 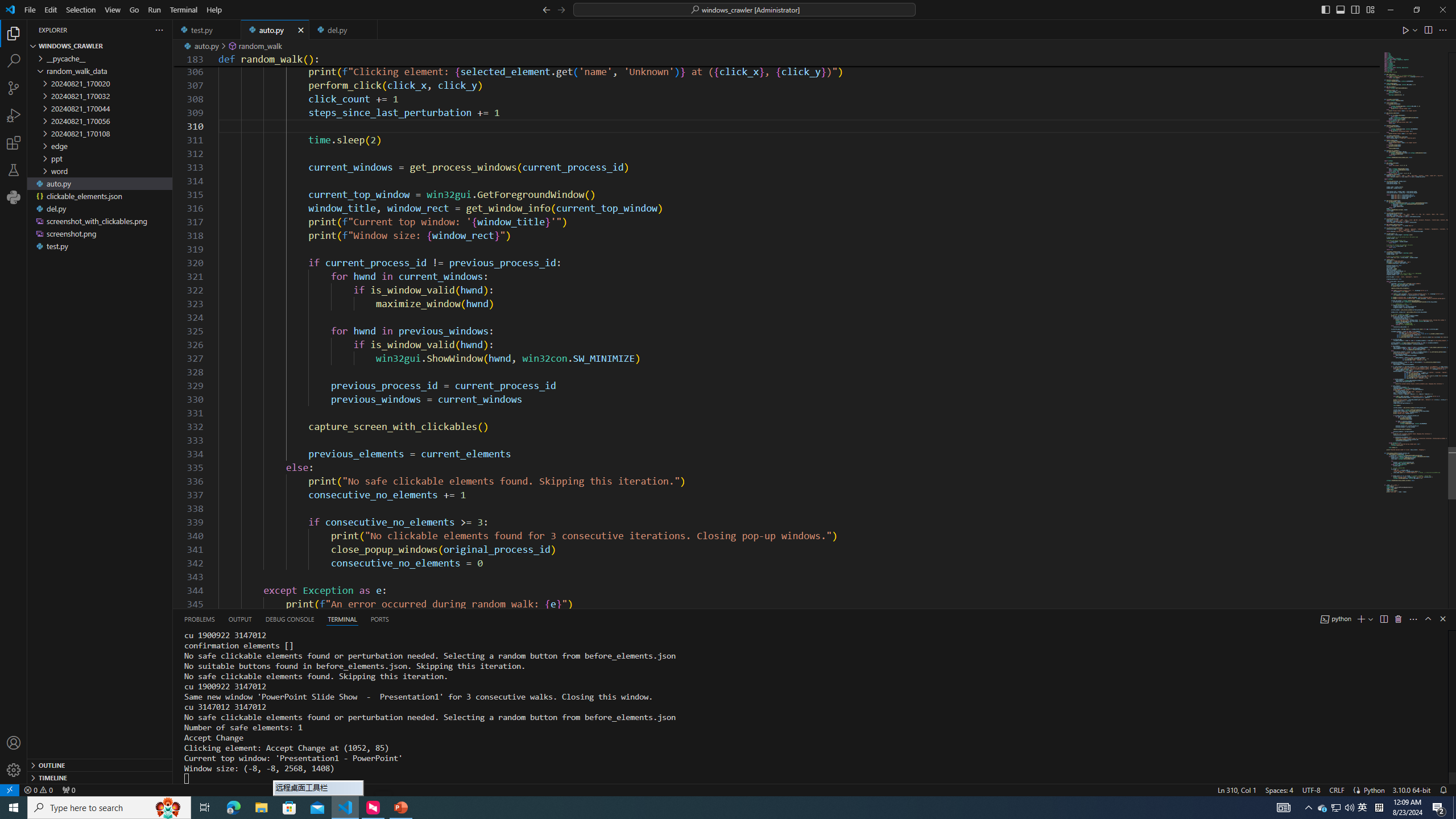 What do you see at coordinates (1340, 9) in the screenshot?
I see `'Toggle Panel (Ctrl+J)'` at bounding box center [1340, 9].